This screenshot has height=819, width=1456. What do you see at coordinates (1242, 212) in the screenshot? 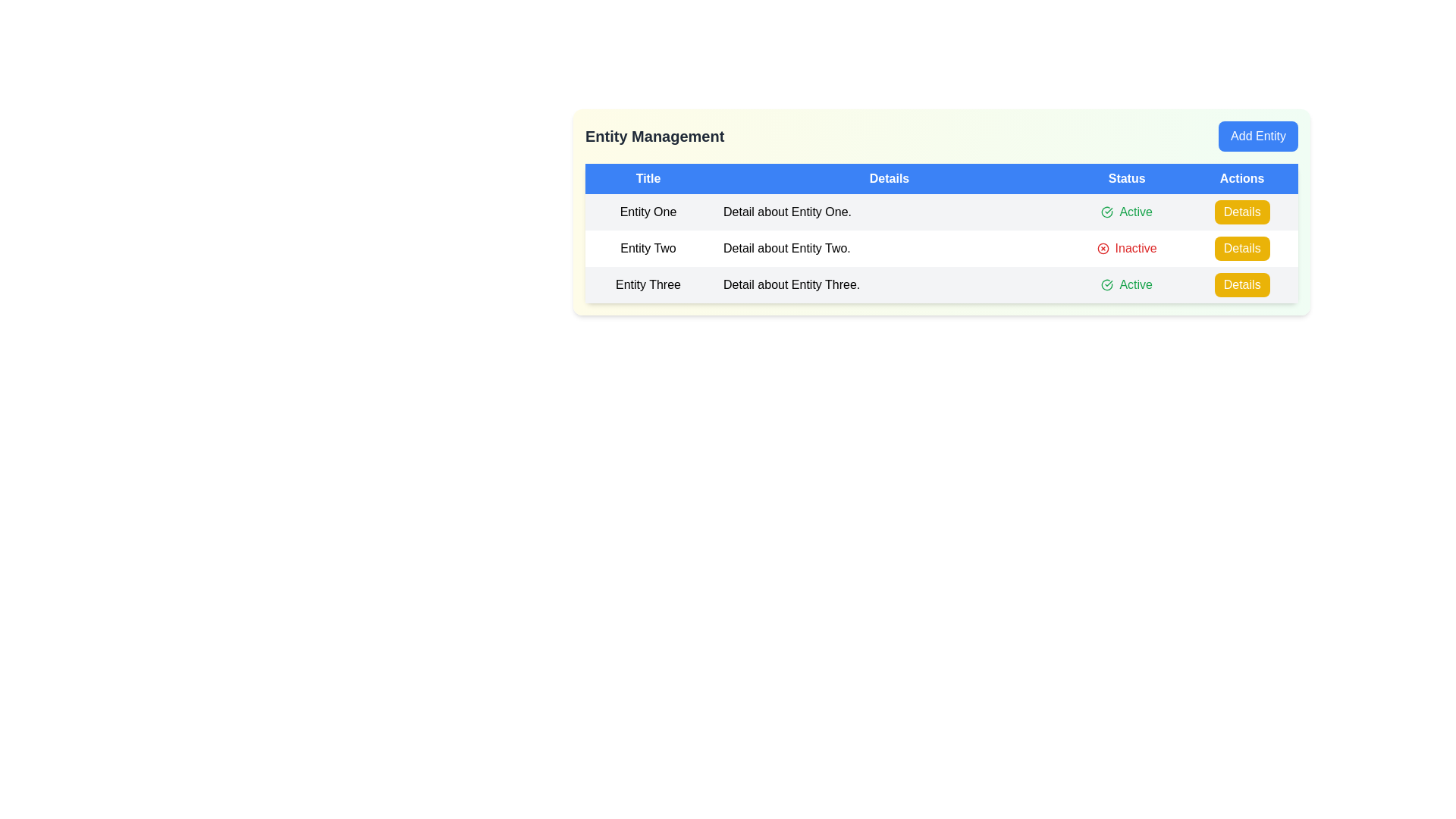
I see `the action button in the 'Actions' column for the 'Entity Two' entry to observe the style change` at bounding box center [1242, 212].